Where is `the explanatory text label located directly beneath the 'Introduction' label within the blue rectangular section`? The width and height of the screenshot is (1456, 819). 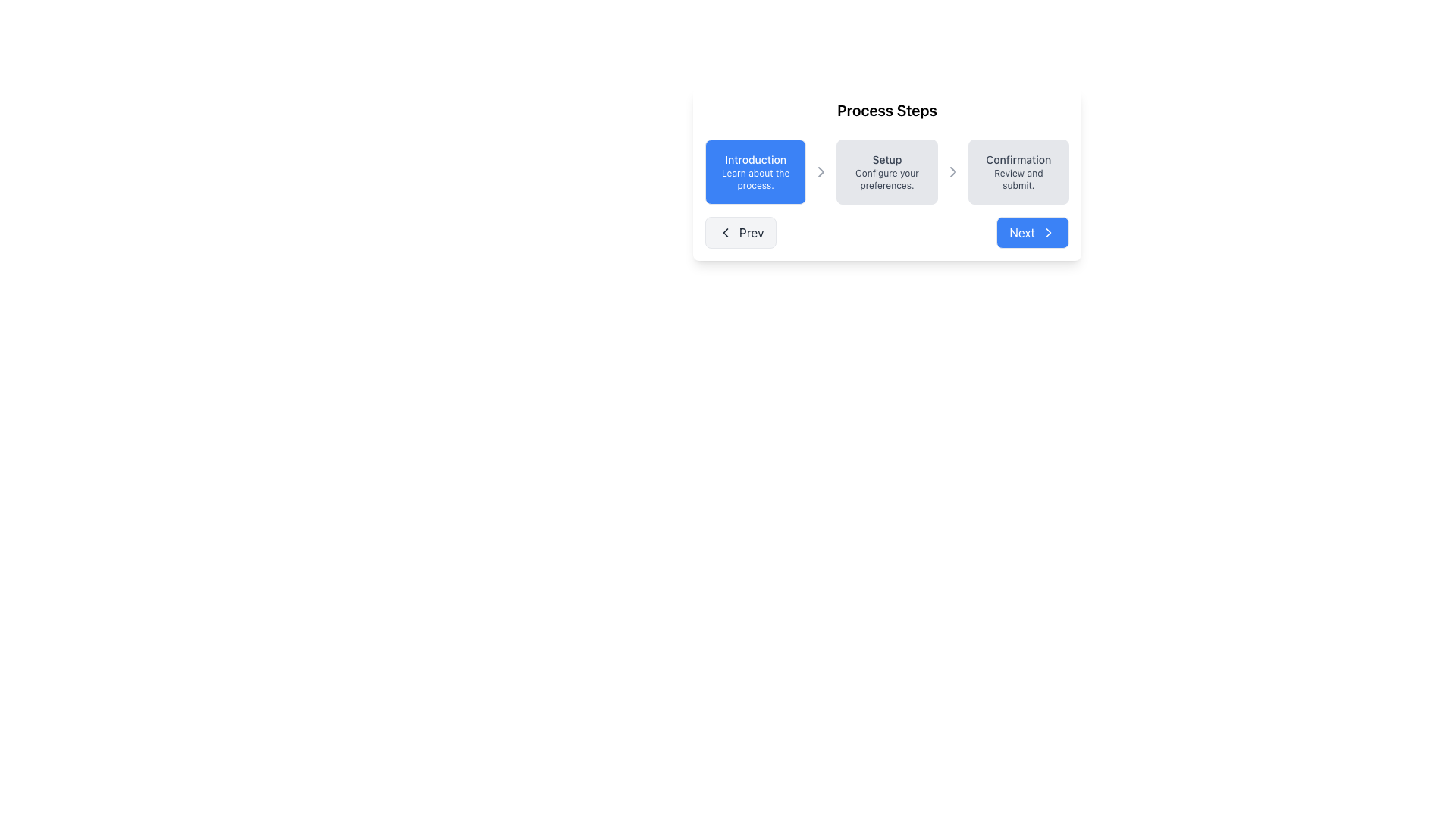 the explanatory text label located directly beneath the 'Introduction' label within the blue rectangular section is located at coordinates (755, 178).